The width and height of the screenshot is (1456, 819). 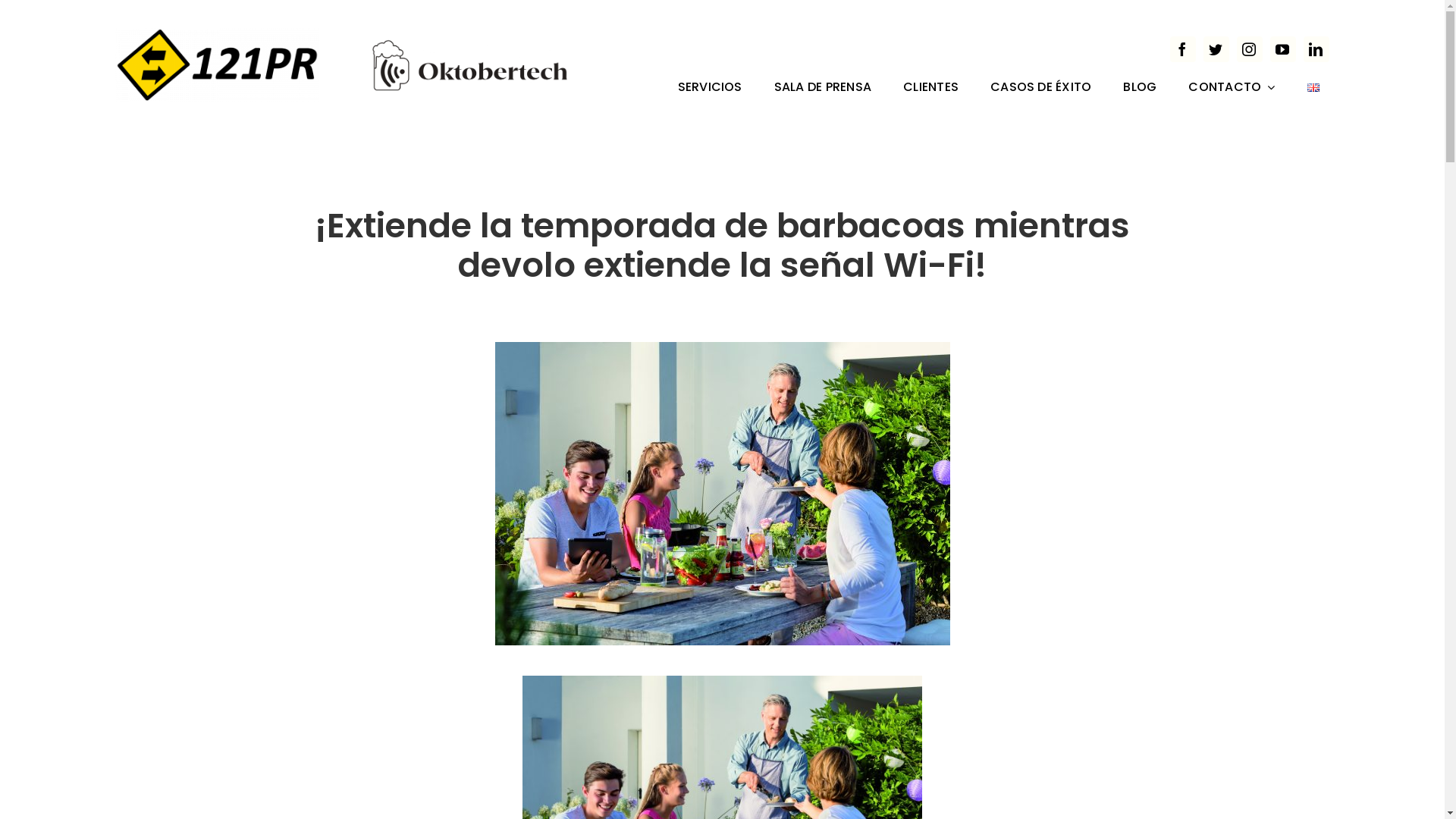 What do you see at coordinates (709, 88) in the screenshot?
I see `'SERVICIOS'` at bounding box center [709, 88].